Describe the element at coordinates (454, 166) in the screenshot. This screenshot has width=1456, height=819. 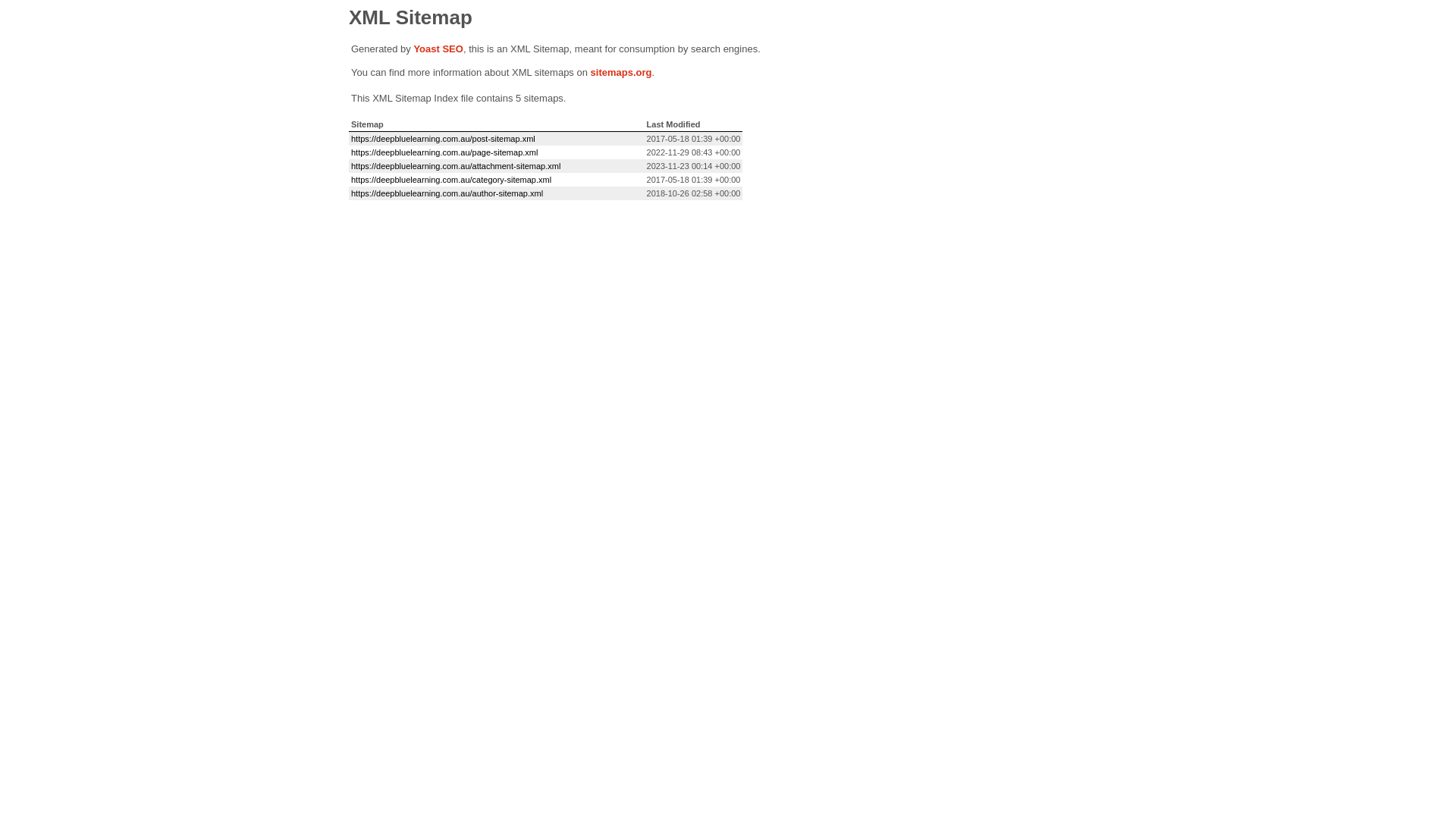
I see `'https://deepbluelearning.com.au/attachment-sitemap.xml'` at that location.